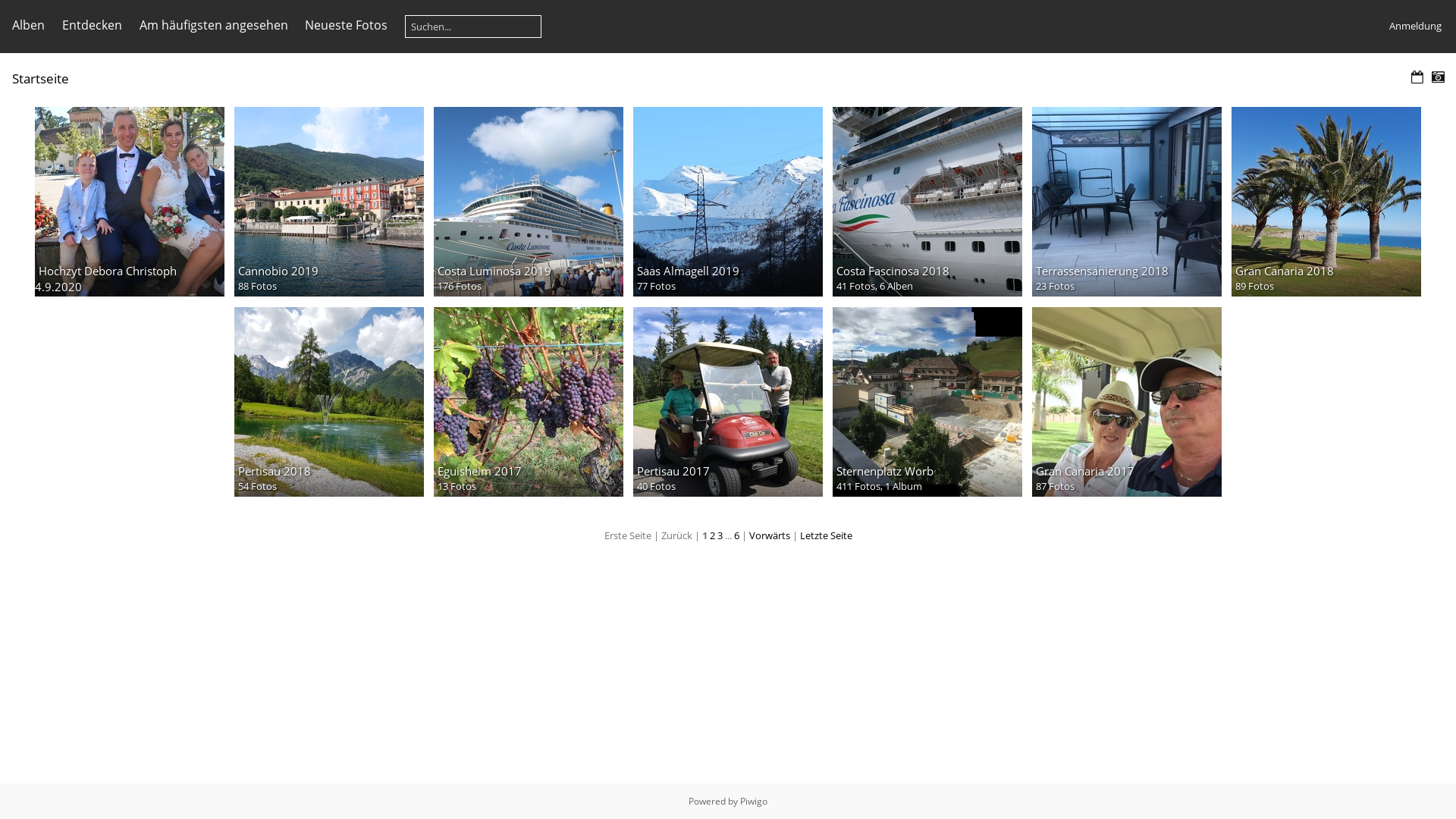 This screenshot has width=1456, height=819. What do you see at coordinates (328, 201) in the screenshot?
I see `'Cannobio 2019` at bounding box center [328, 201].